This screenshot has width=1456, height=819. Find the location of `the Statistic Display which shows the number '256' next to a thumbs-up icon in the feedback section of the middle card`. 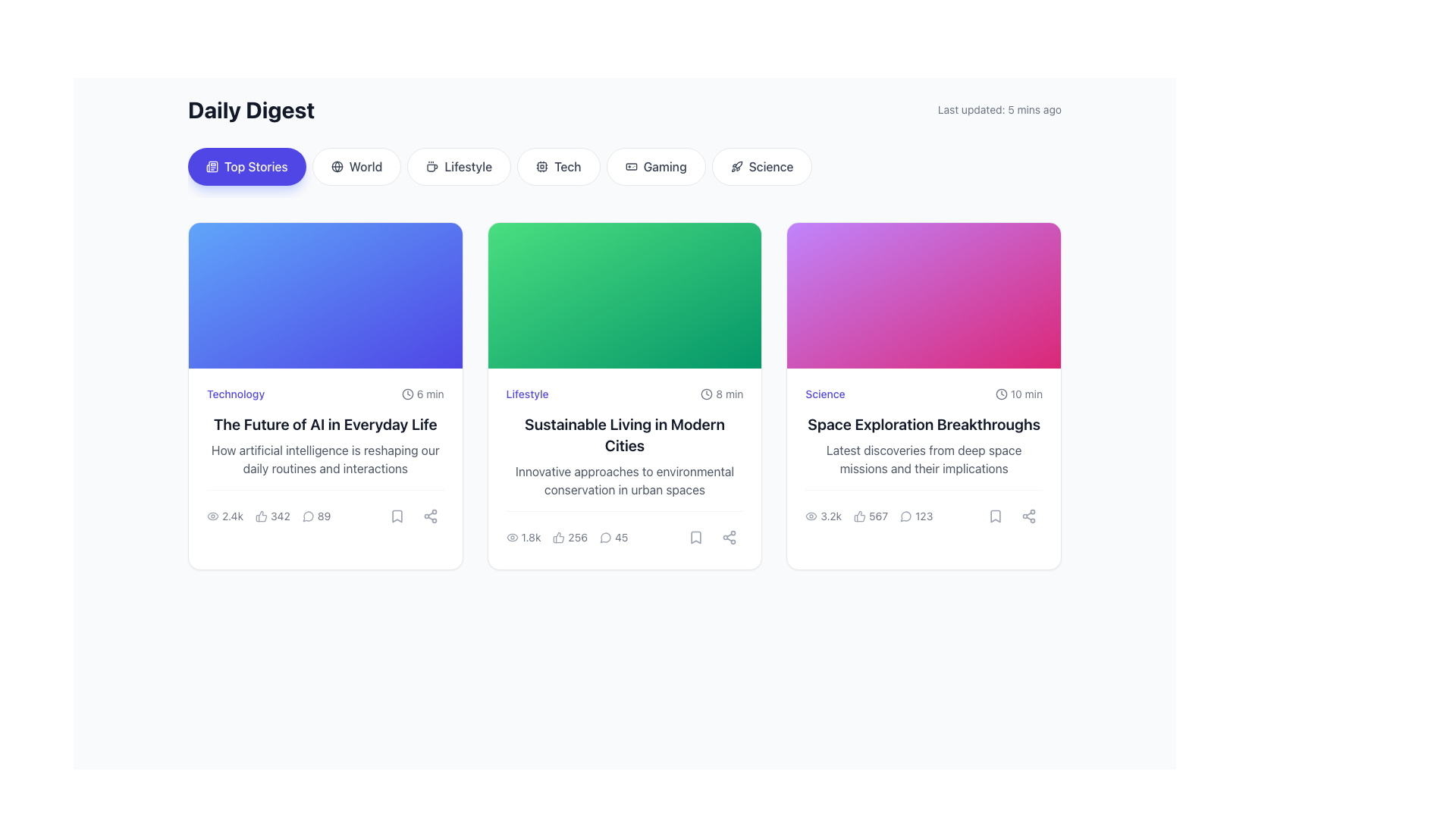

the Statistic Display which shows the number '256' next to a thumbs-up icon in the feedback section of the middle card is located at coordinates (566, 537).